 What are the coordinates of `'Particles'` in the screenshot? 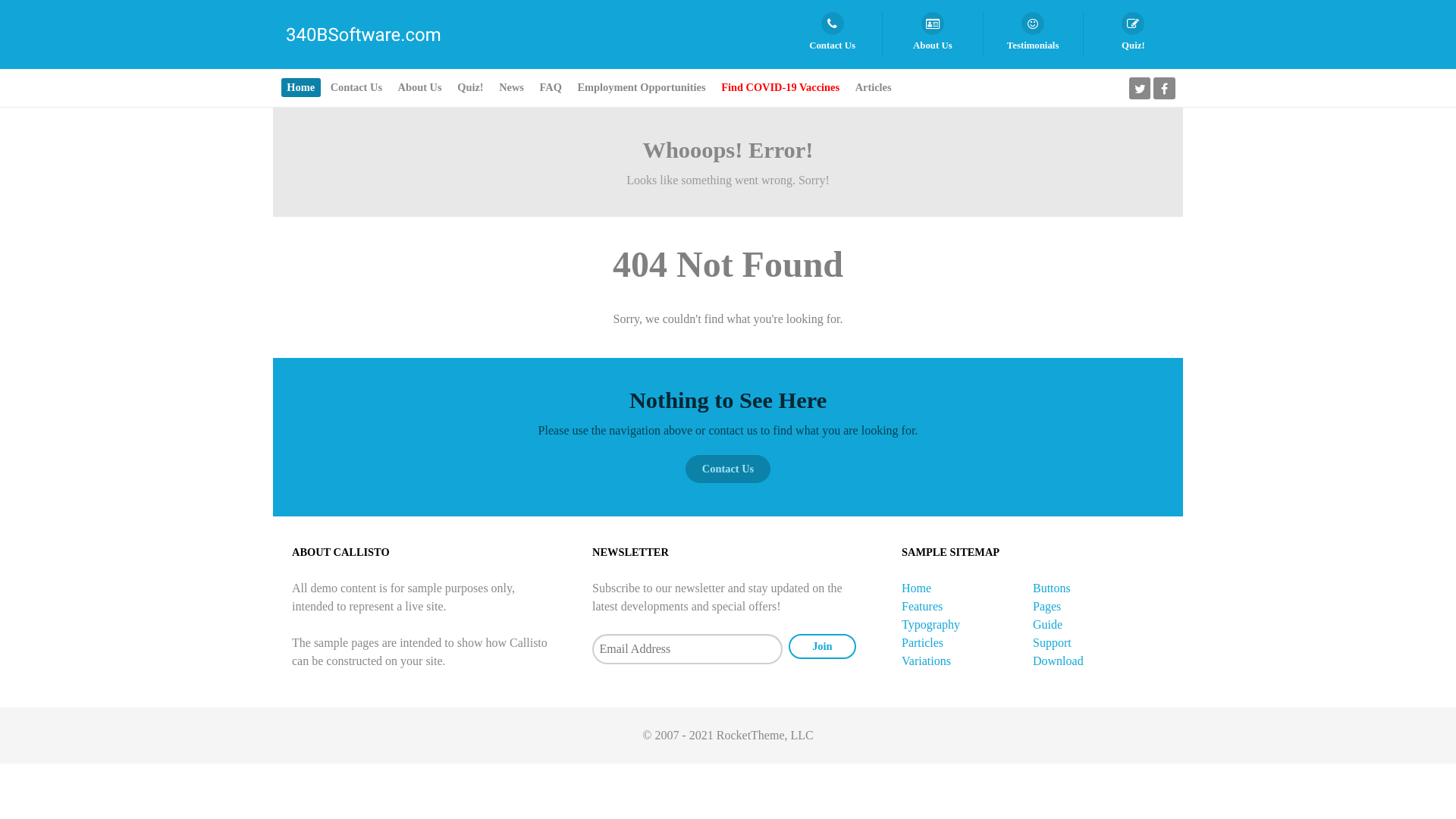 It's located at (921, 642).